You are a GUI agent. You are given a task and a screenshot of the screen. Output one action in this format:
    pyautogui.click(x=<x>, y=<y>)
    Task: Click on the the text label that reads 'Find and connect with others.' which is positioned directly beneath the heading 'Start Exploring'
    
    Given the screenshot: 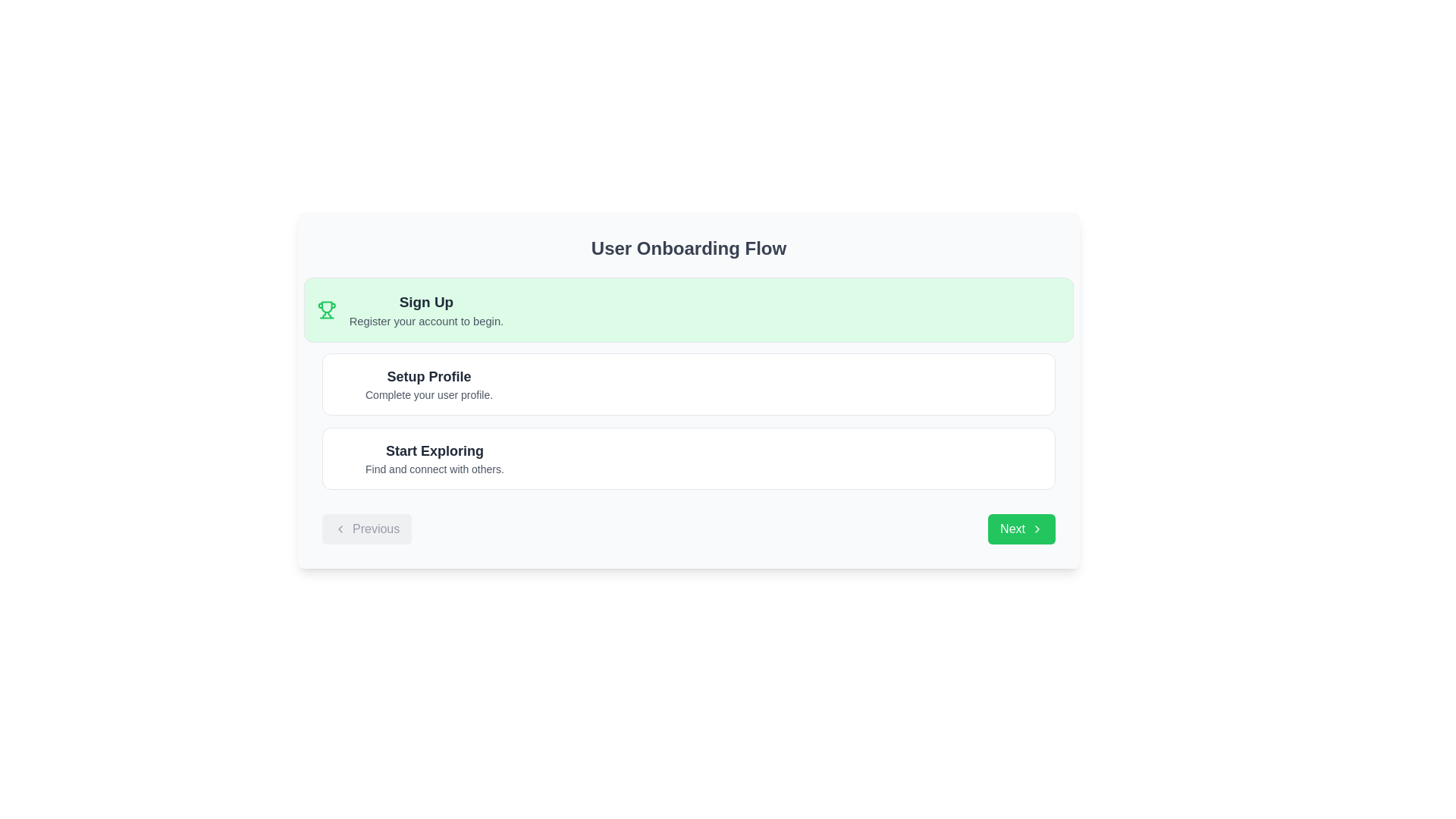 What is the action you would take?
    pyautogui.click(x=434, y=468)
    